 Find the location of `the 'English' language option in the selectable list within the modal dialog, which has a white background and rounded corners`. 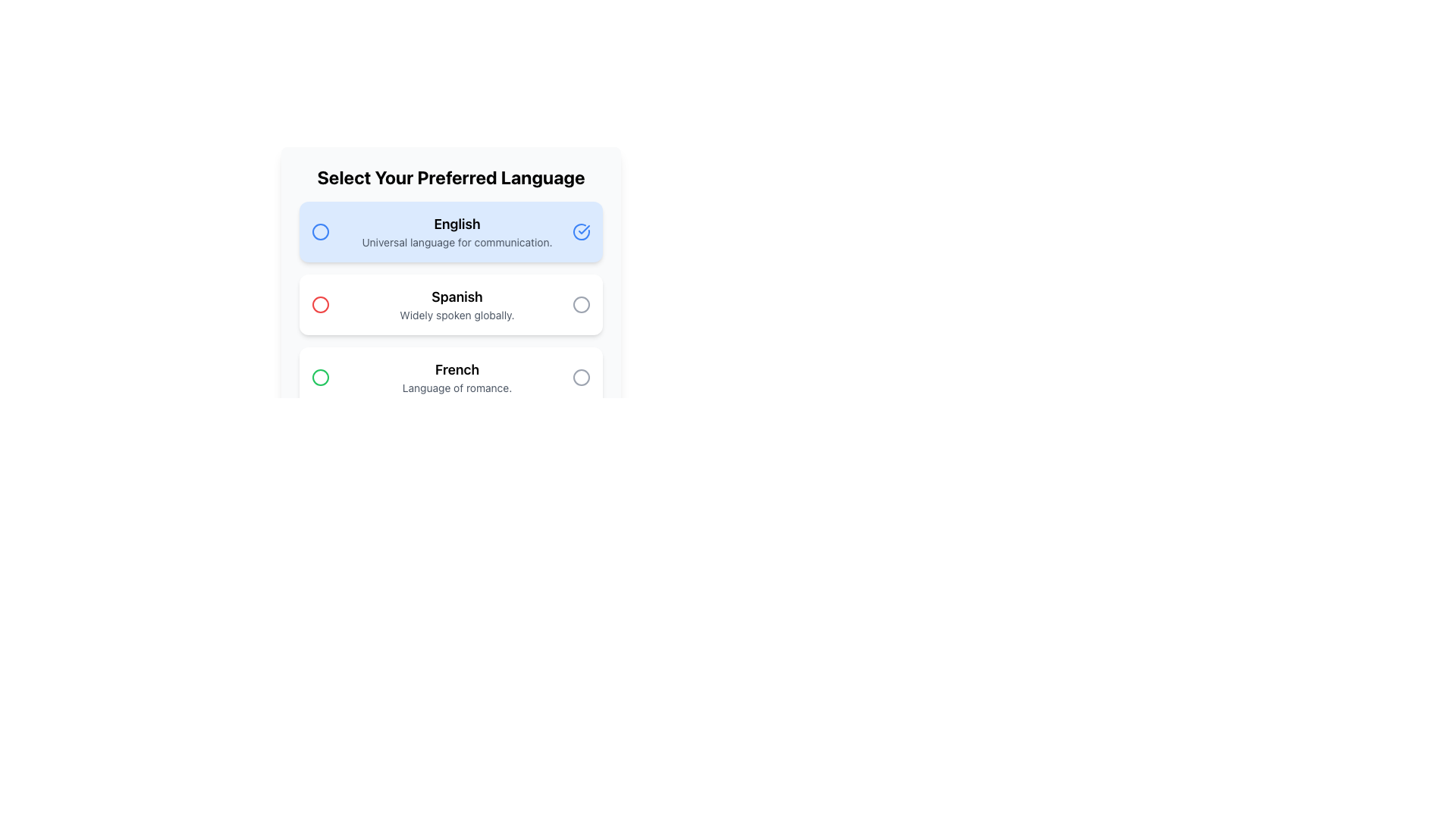

the 'English' language option in the selectable list within the modal dialog, which has a white background and rounded corners is located at coordinates (450, 262).